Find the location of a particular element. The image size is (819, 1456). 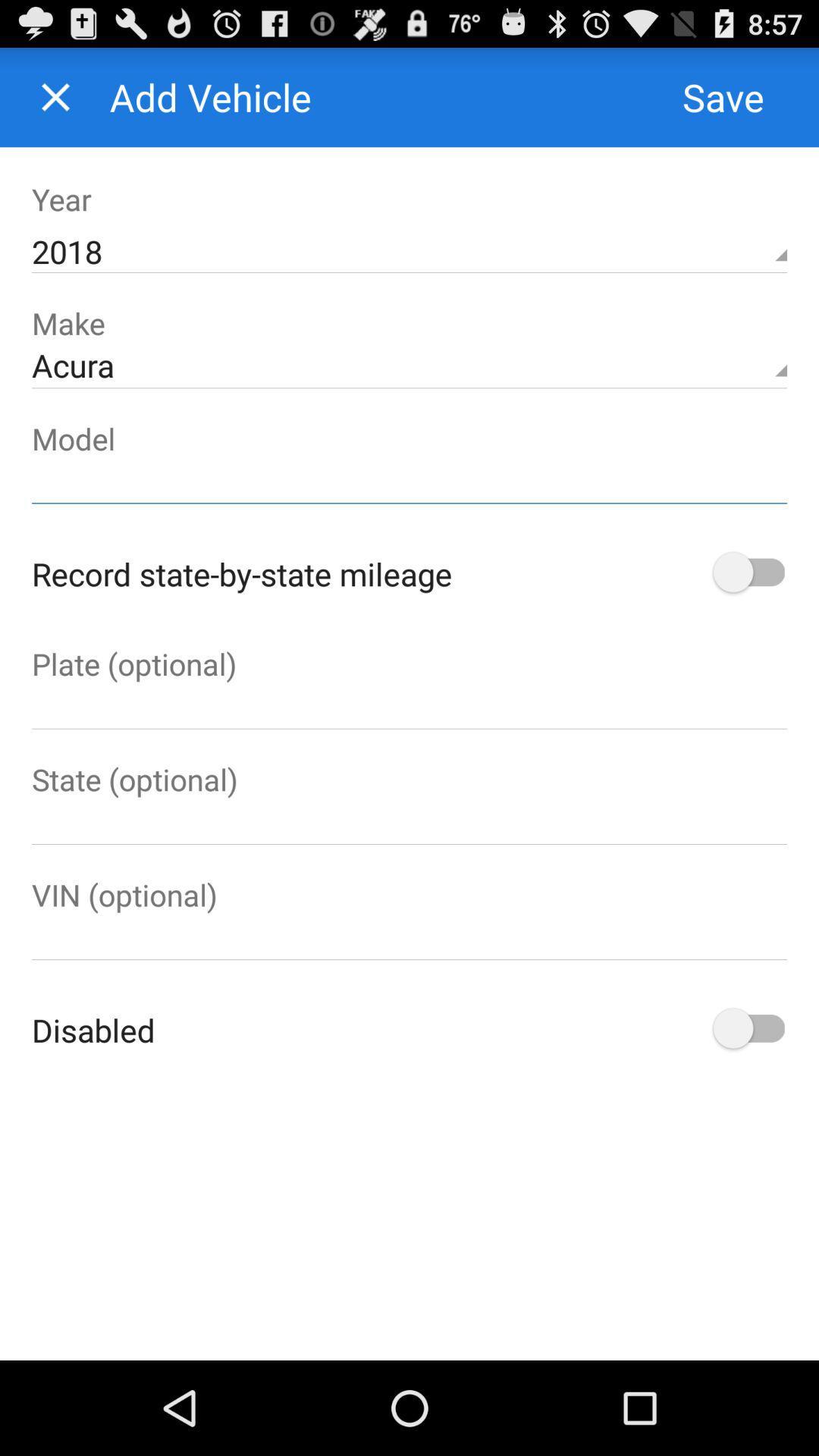

switch disable option is located at coordinates (746, 1030).